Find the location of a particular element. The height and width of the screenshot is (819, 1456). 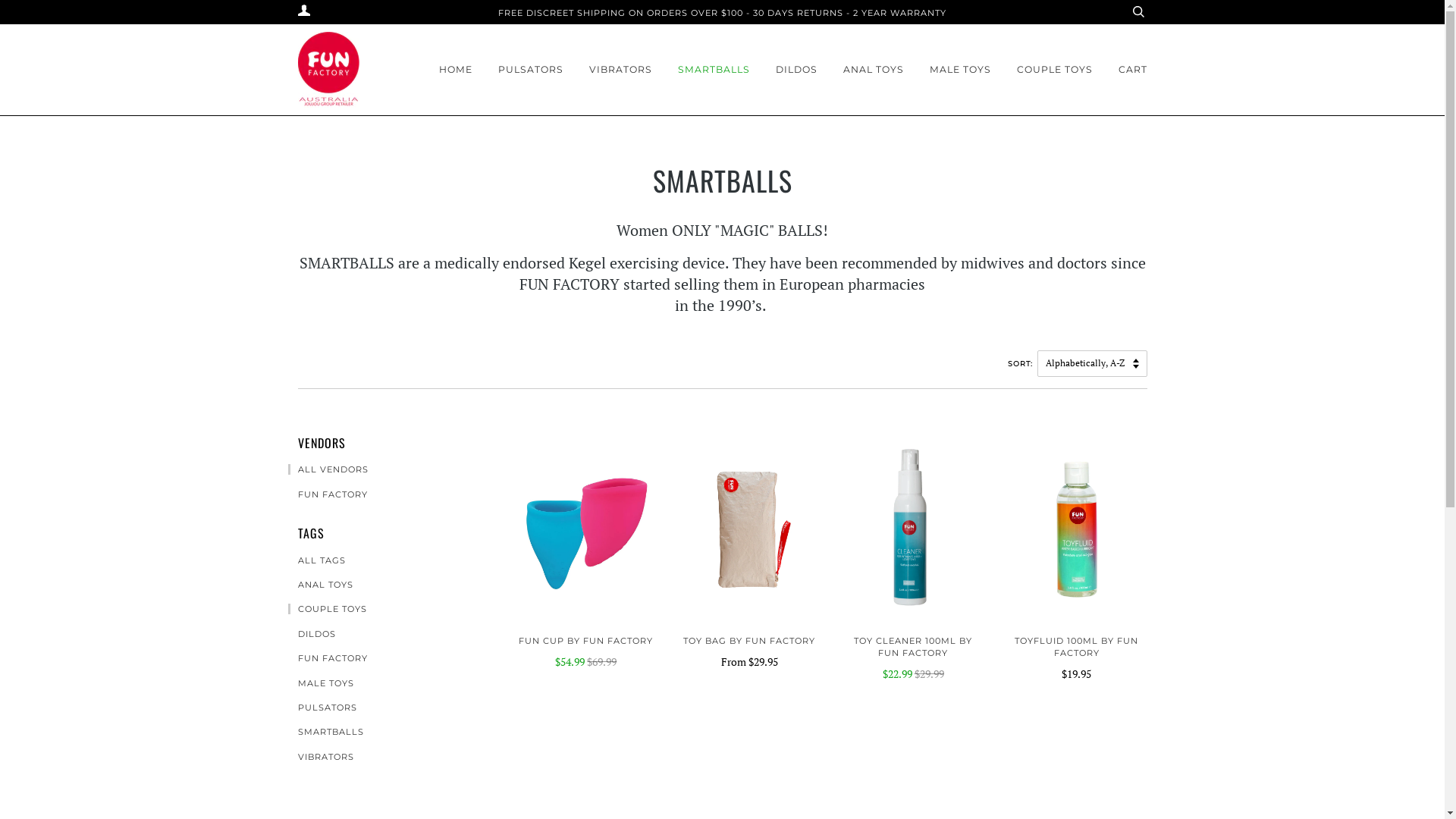

'ANAL TOYS' is located at coordinates (874, 70).